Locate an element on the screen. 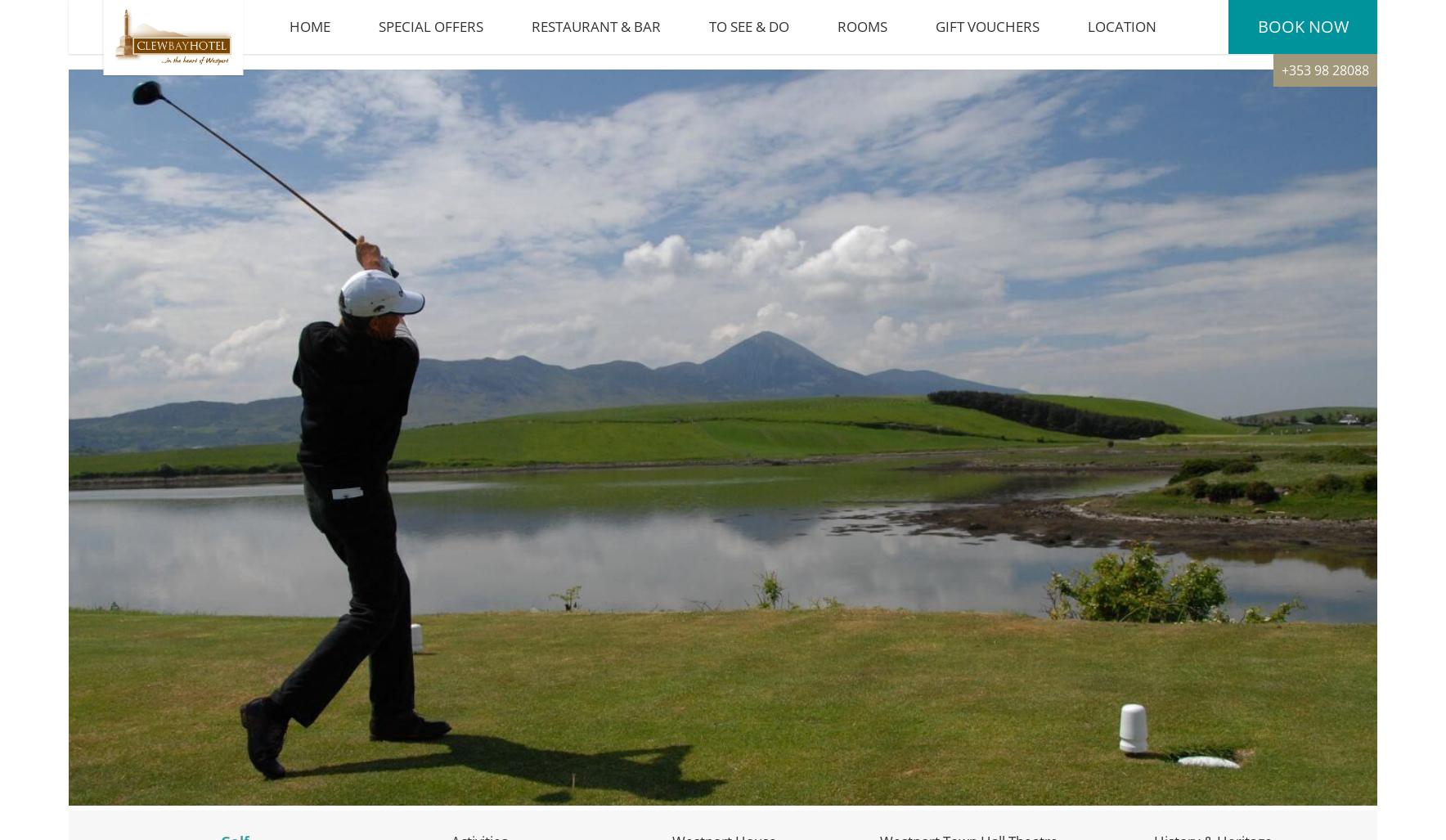 Image resolution: width=1446 pixels, height=840 pixels. '+353 98 28088' is located at coordinates (1325, 84).